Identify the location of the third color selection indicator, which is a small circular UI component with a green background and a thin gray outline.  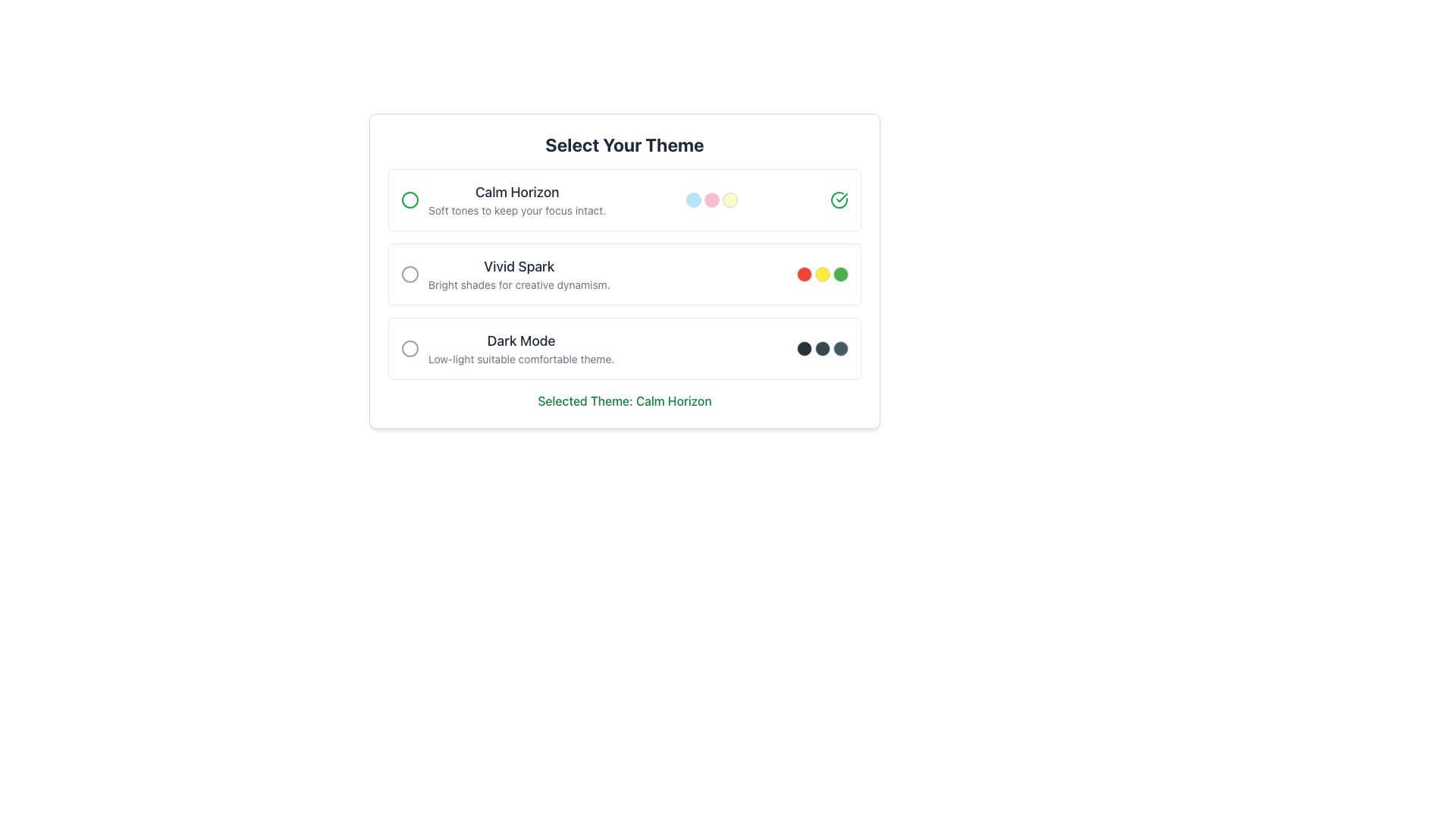
(839, 275).